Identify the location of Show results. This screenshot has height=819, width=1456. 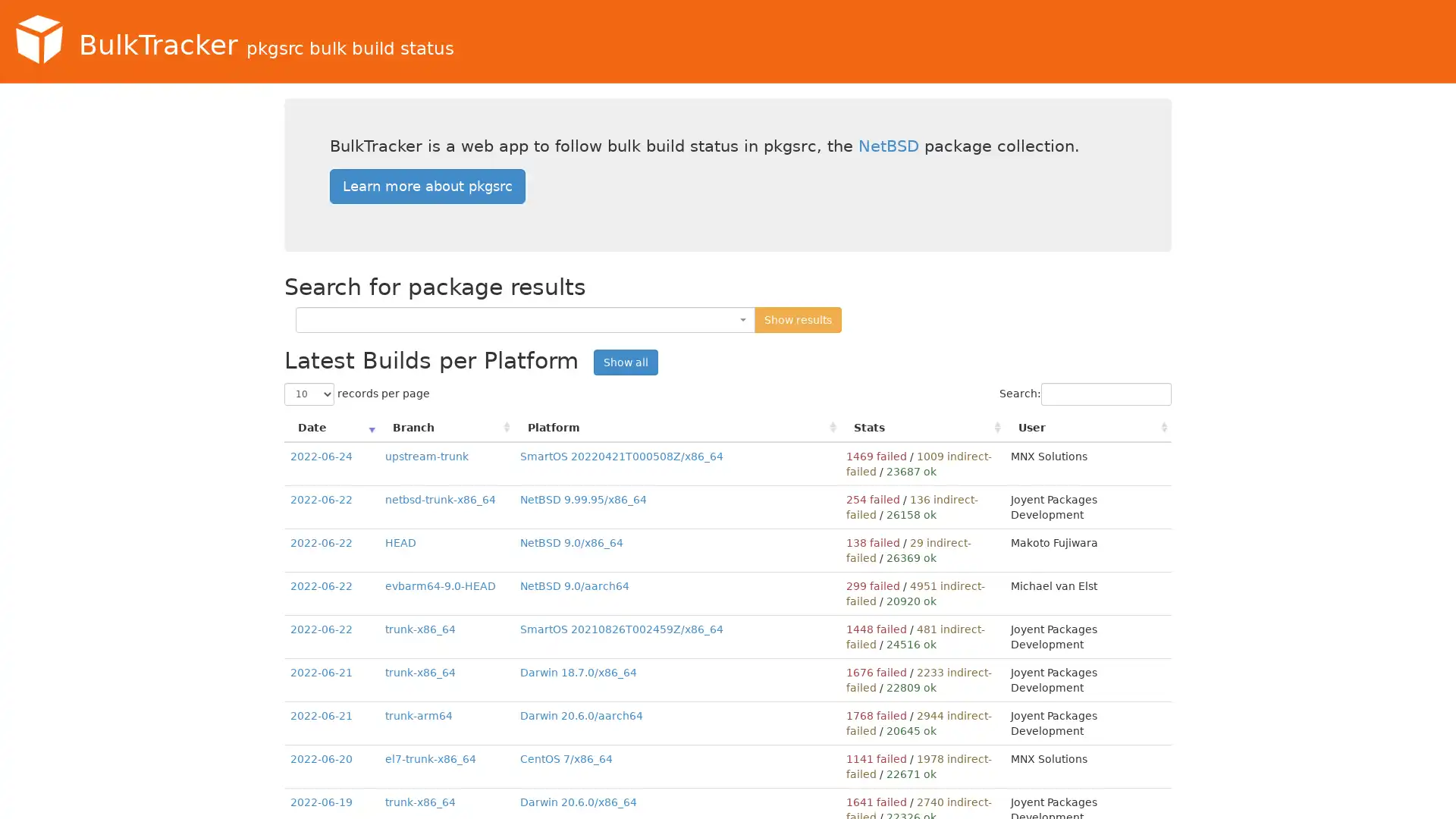
(797, 318).